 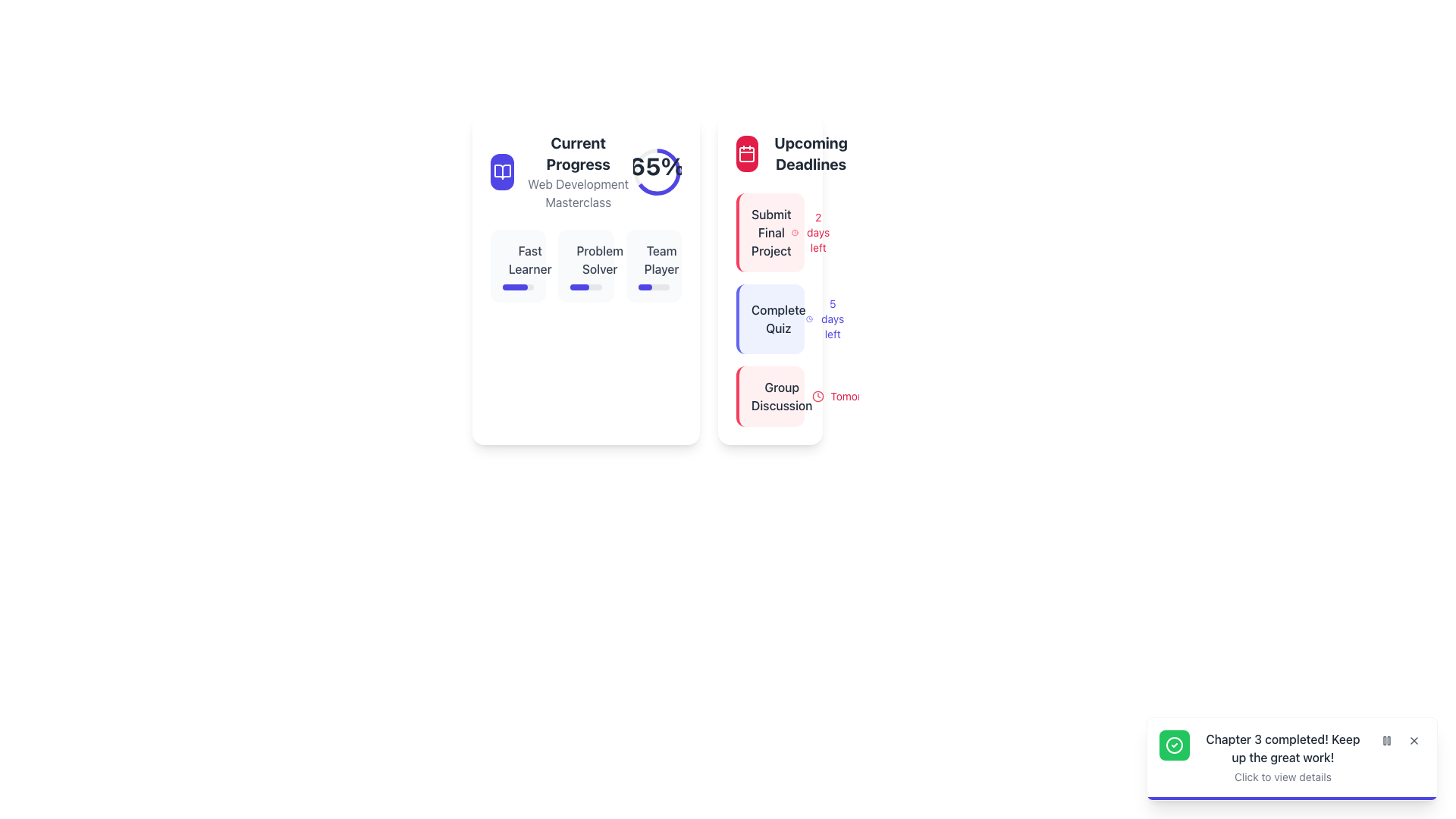 I want to click on the clock icon that signifies a time-related context, located in the bottom-right corner of the rightmost card under the 'Group Discussion' label, so click(x=817, y=396).